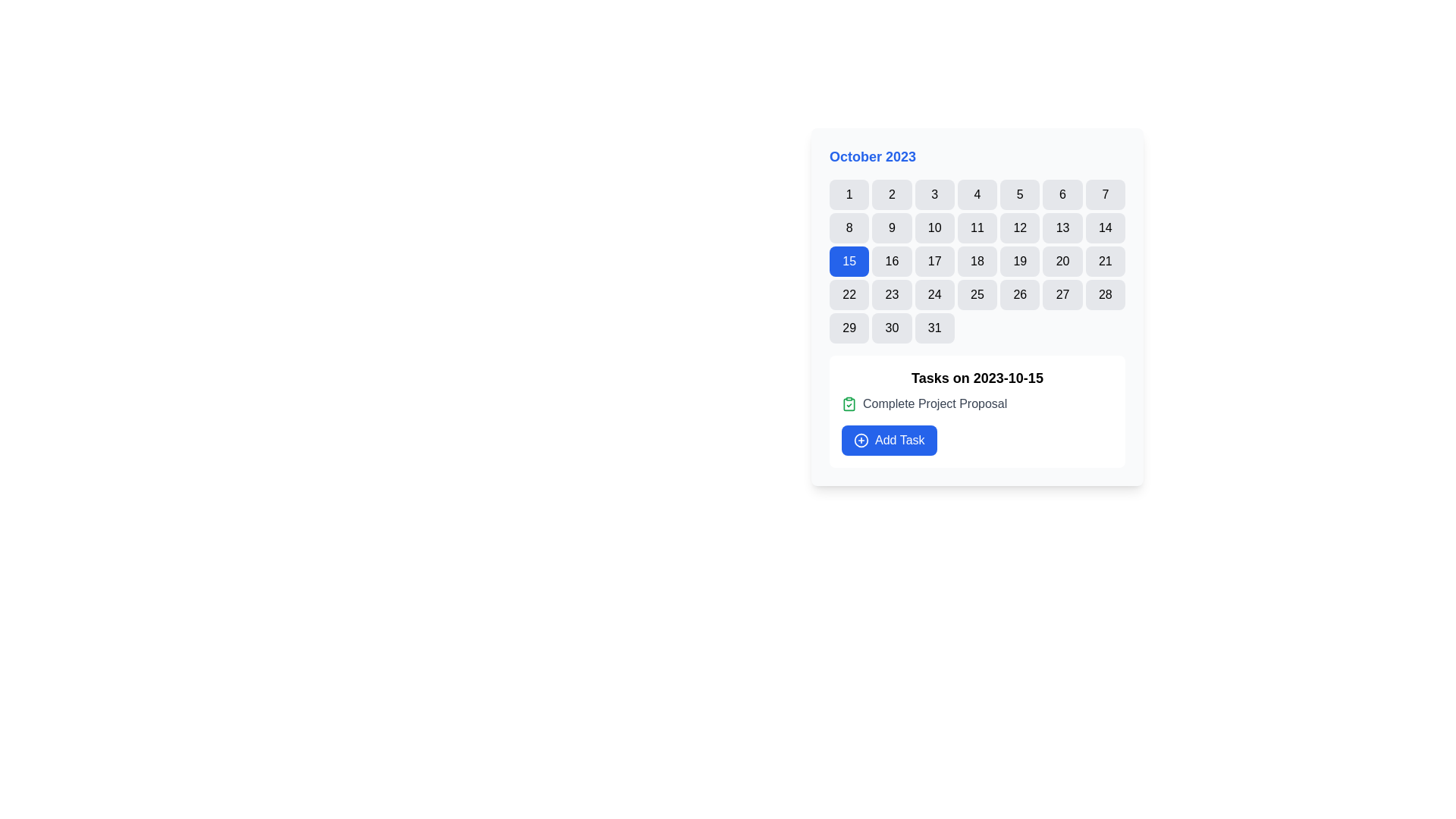 Image resolution: width=1456 pixels, height=819 pixels. What do you see at coordinates (1062, 227) in the screenshot?
I see `the button displaying the number '13' in the second row, sixth column of the October 2023 calendar grid` at bounding box center [1062, 227].